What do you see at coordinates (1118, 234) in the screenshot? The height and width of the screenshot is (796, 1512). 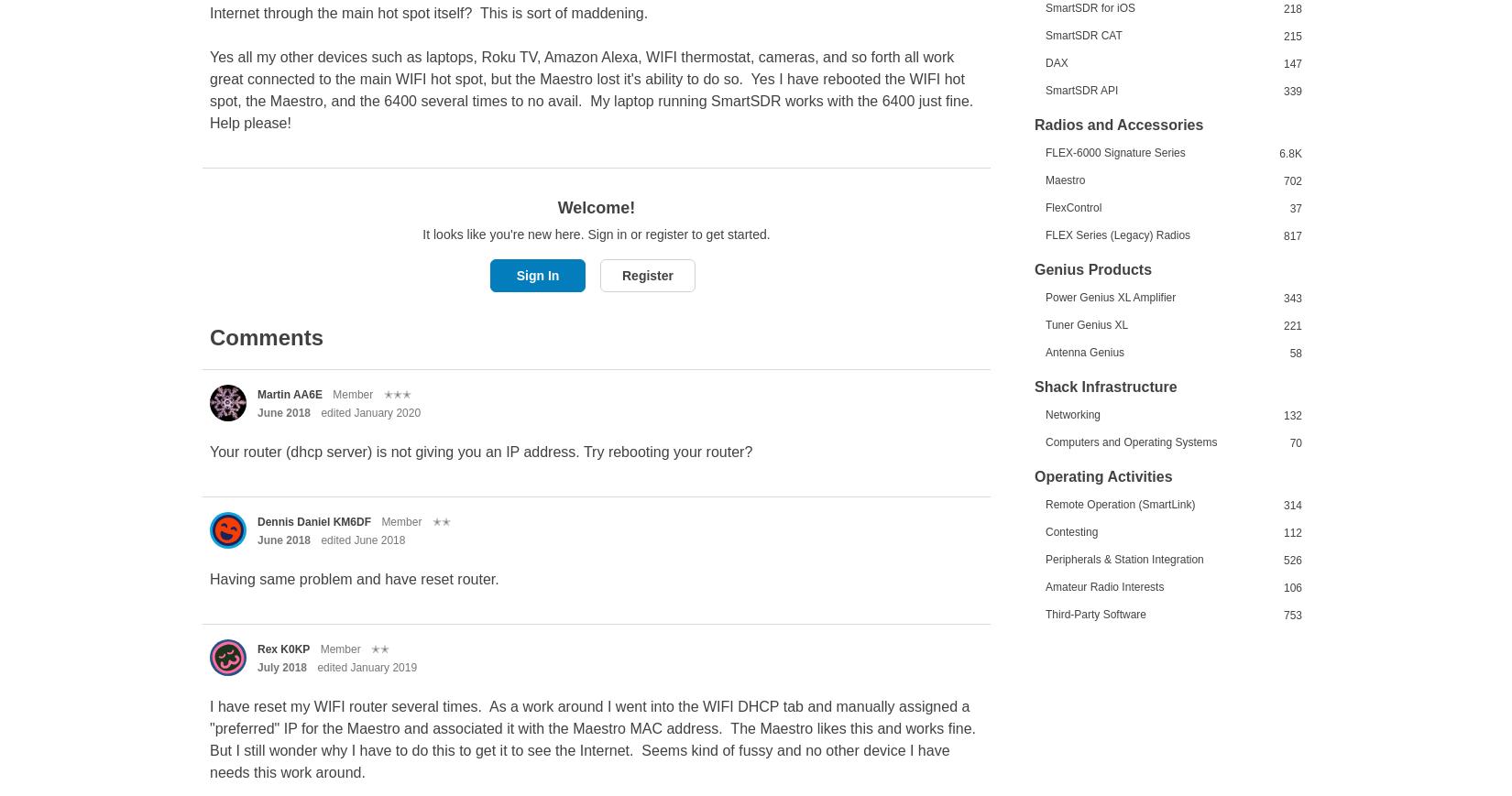 I see `'FLEX Series (Legacy) Radios'` at bounding box center [1118, 234].